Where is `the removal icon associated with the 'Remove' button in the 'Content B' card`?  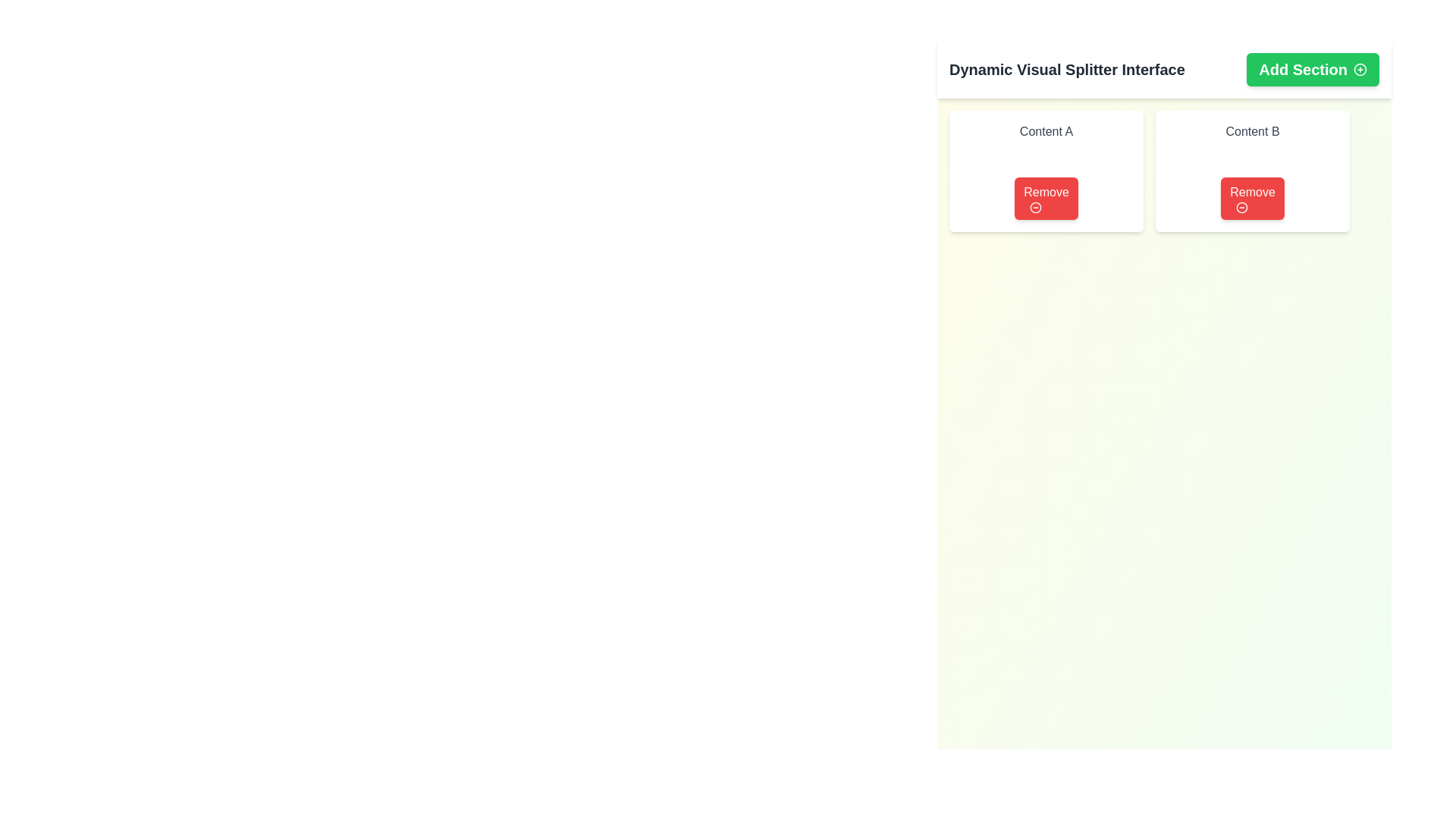 the removal icon associated with the 'Remove' button in the 'Content B' card is located at coordinates (1242, 207).